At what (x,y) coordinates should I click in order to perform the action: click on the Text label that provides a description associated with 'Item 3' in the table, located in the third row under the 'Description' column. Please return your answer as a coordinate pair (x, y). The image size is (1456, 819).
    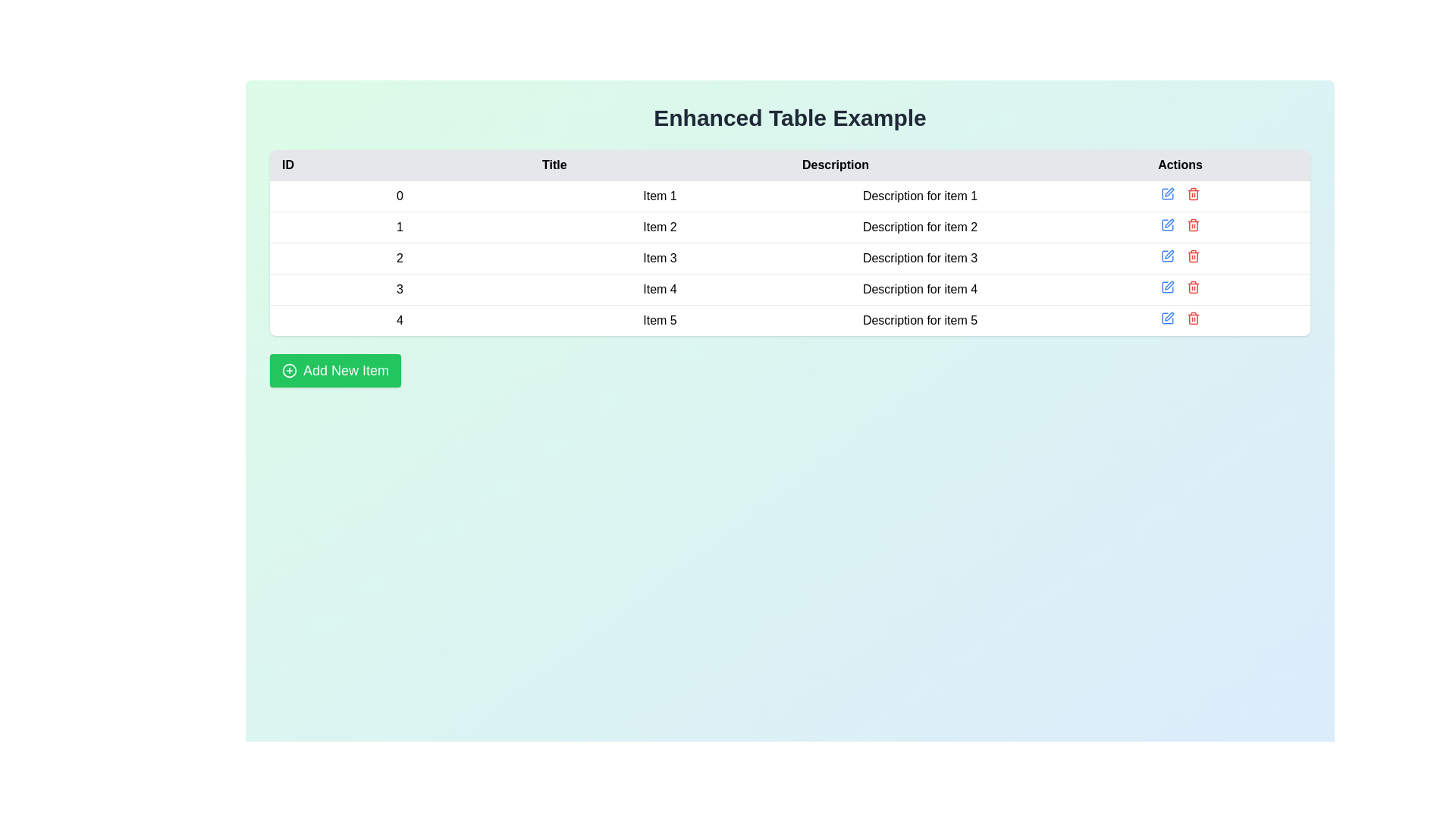
    Looking at the image, I should click on (919, 257).